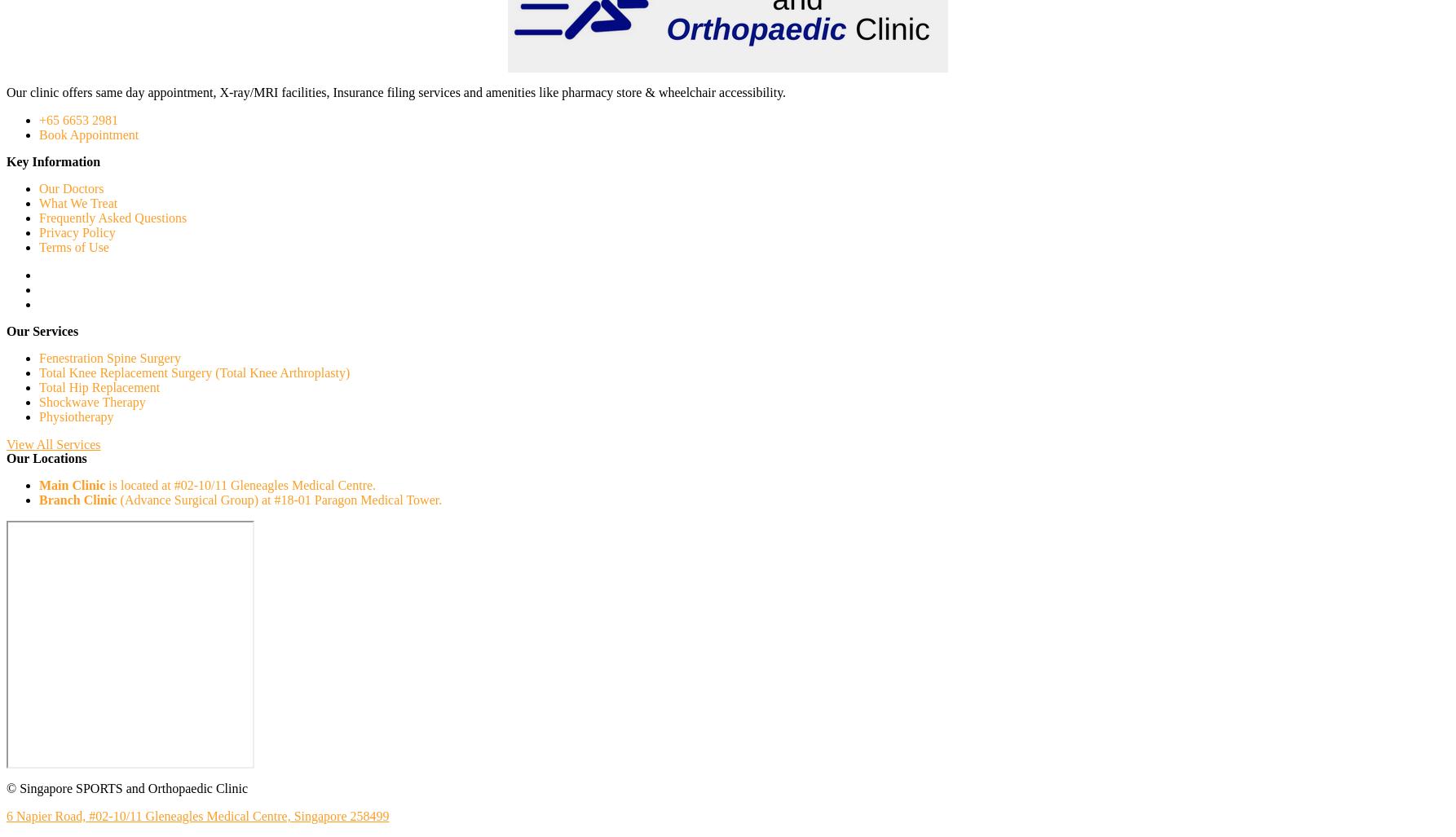 This screenshot has height=837, width=1456. I want to click on 'Total Knee Replacement Surgery (Total Knee Arthroplasty)', so click(193, 372).